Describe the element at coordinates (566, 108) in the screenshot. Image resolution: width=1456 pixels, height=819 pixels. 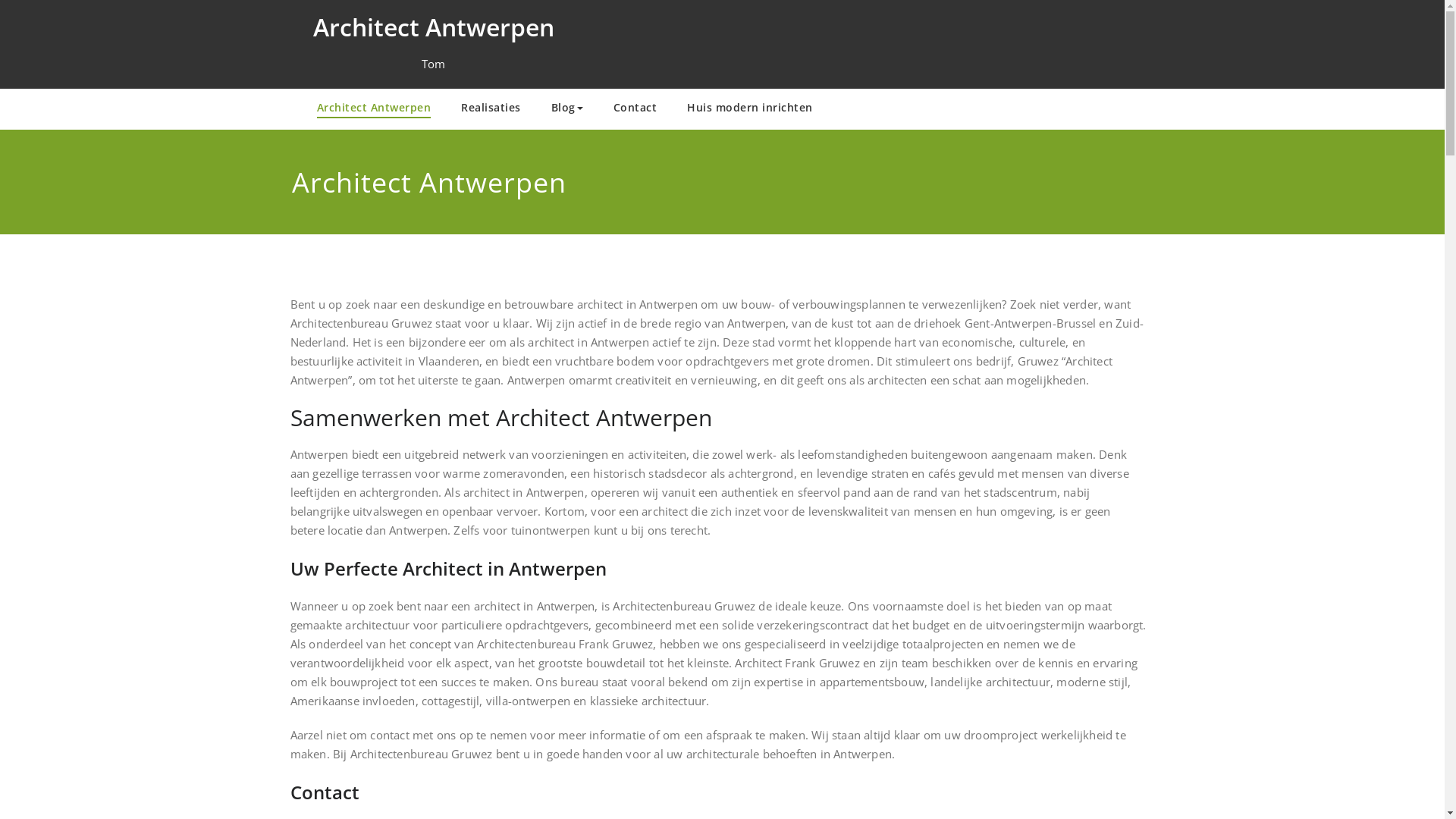
I see `'Blog'` at that location.